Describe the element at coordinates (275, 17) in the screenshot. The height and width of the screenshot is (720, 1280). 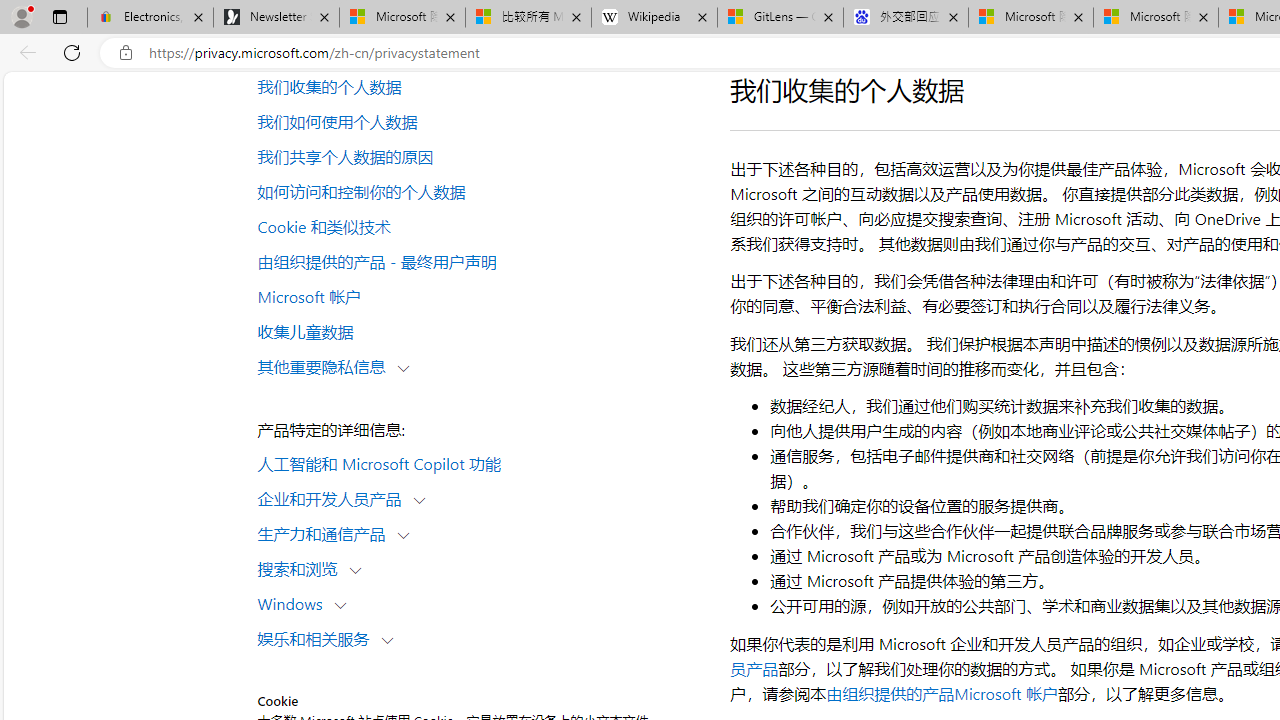
I see `'Newsletter Sign Up'` at that location.